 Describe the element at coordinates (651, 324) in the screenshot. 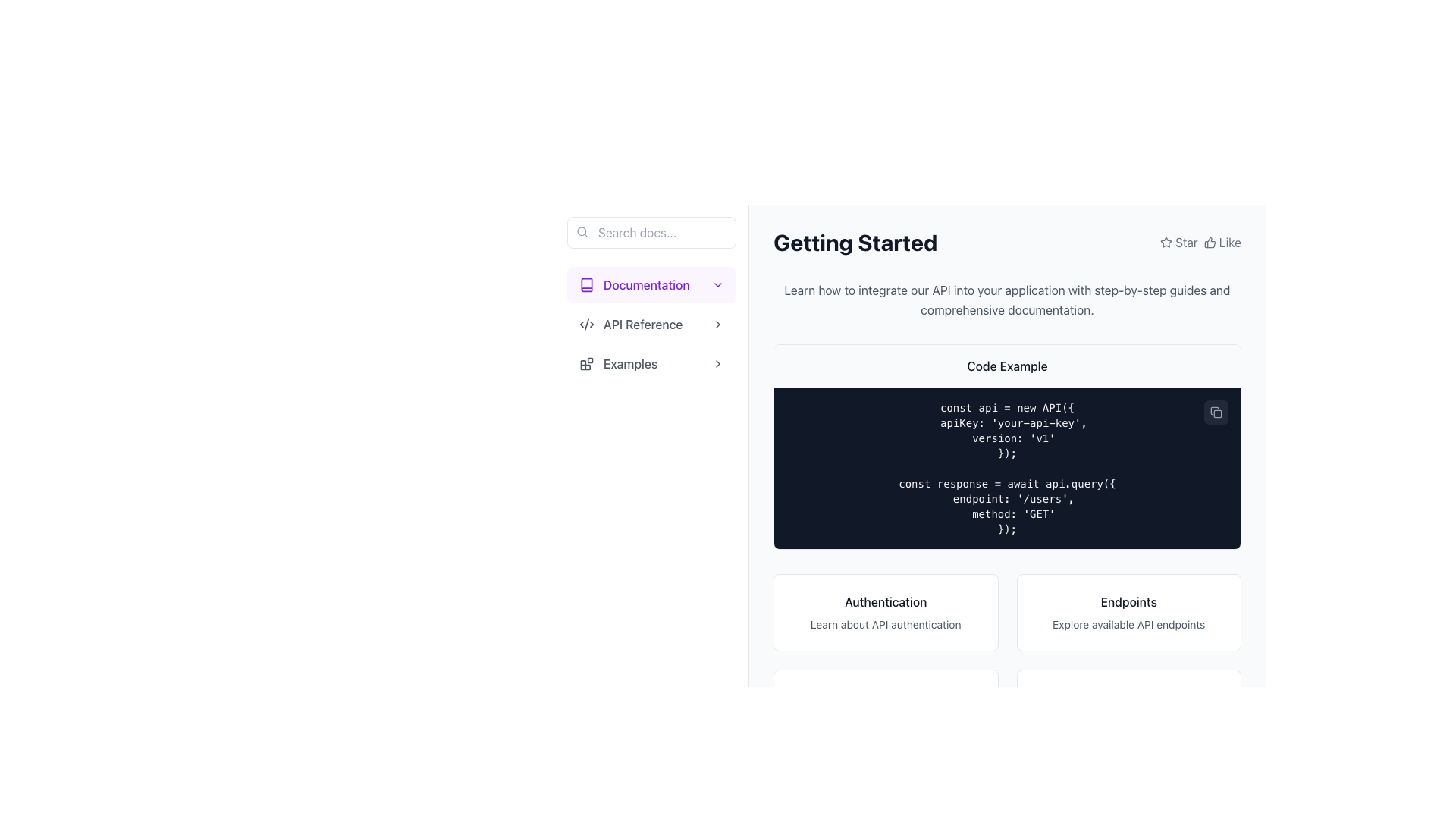

I see `the middle navigational list item titled 'API Reference' in the sidebar` at that location.